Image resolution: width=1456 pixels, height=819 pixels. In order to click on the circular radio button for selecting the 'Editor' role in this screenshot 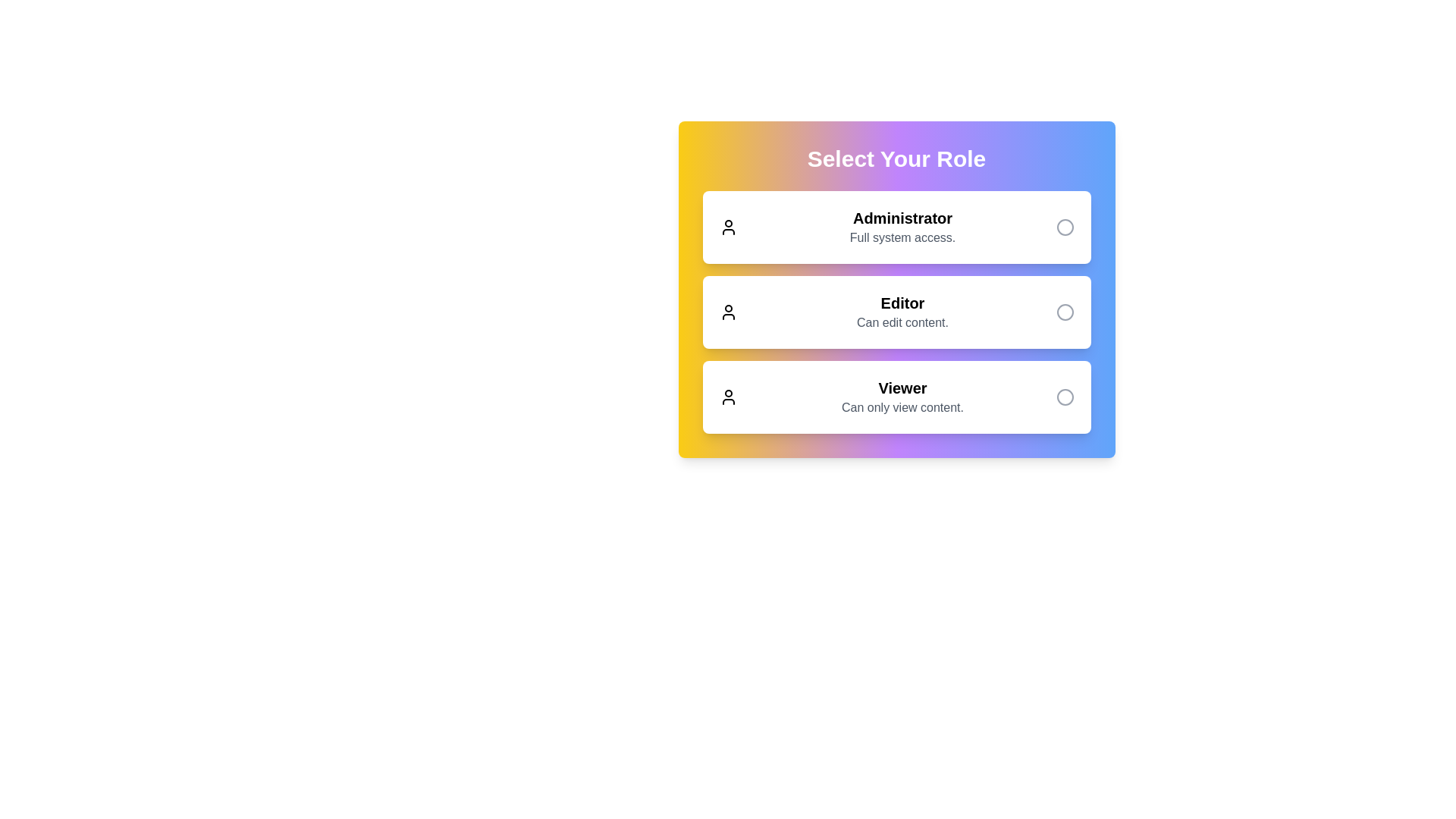, I will do `click(1064, 312)`.